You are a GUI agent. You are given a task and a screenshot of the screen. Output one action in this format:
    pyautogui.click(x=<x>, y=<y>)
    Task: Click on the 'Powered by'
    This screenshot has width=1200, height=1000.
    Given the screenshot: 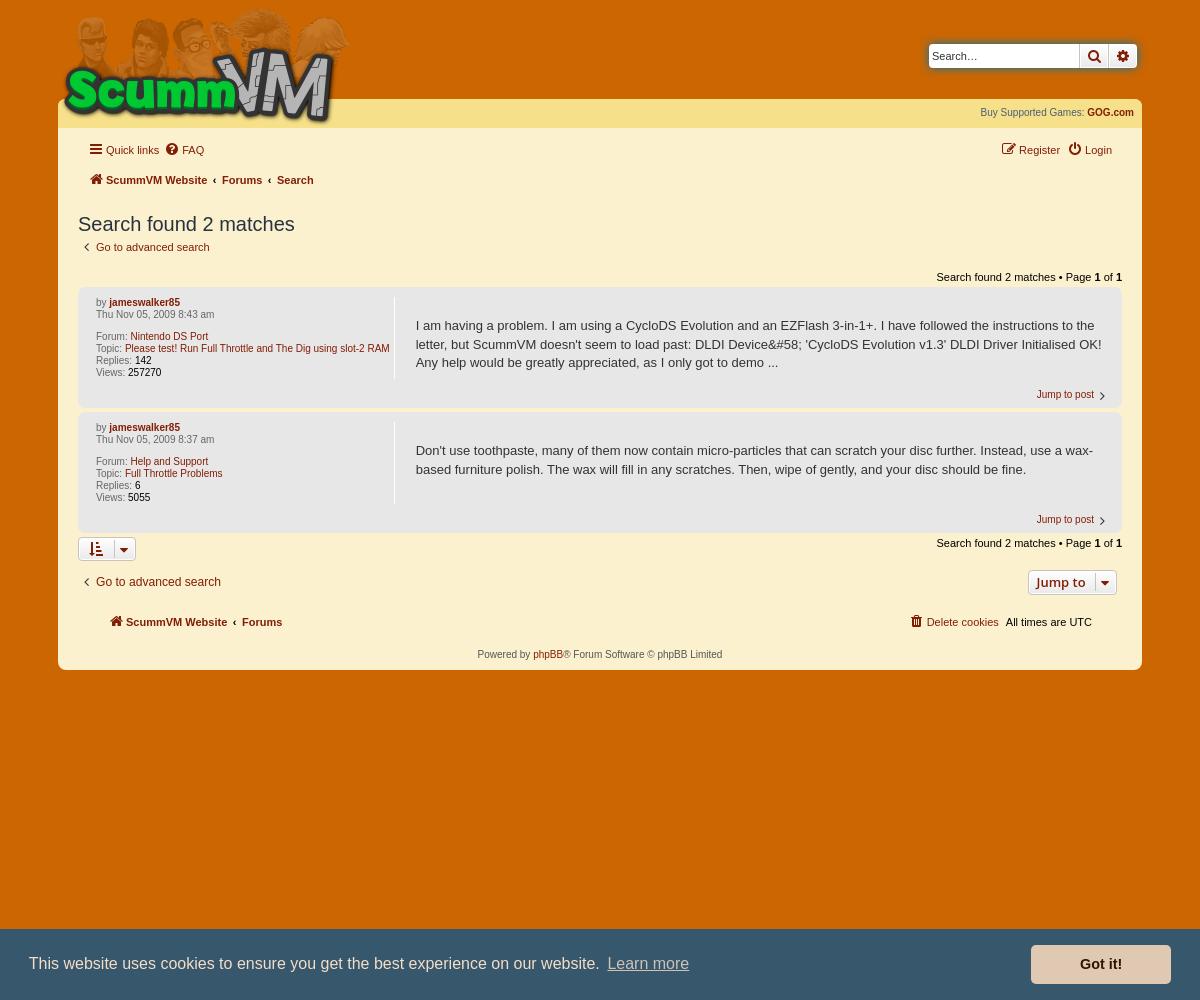 What is the action you would take?
    pyautogui.click(x=503, y=653)
    